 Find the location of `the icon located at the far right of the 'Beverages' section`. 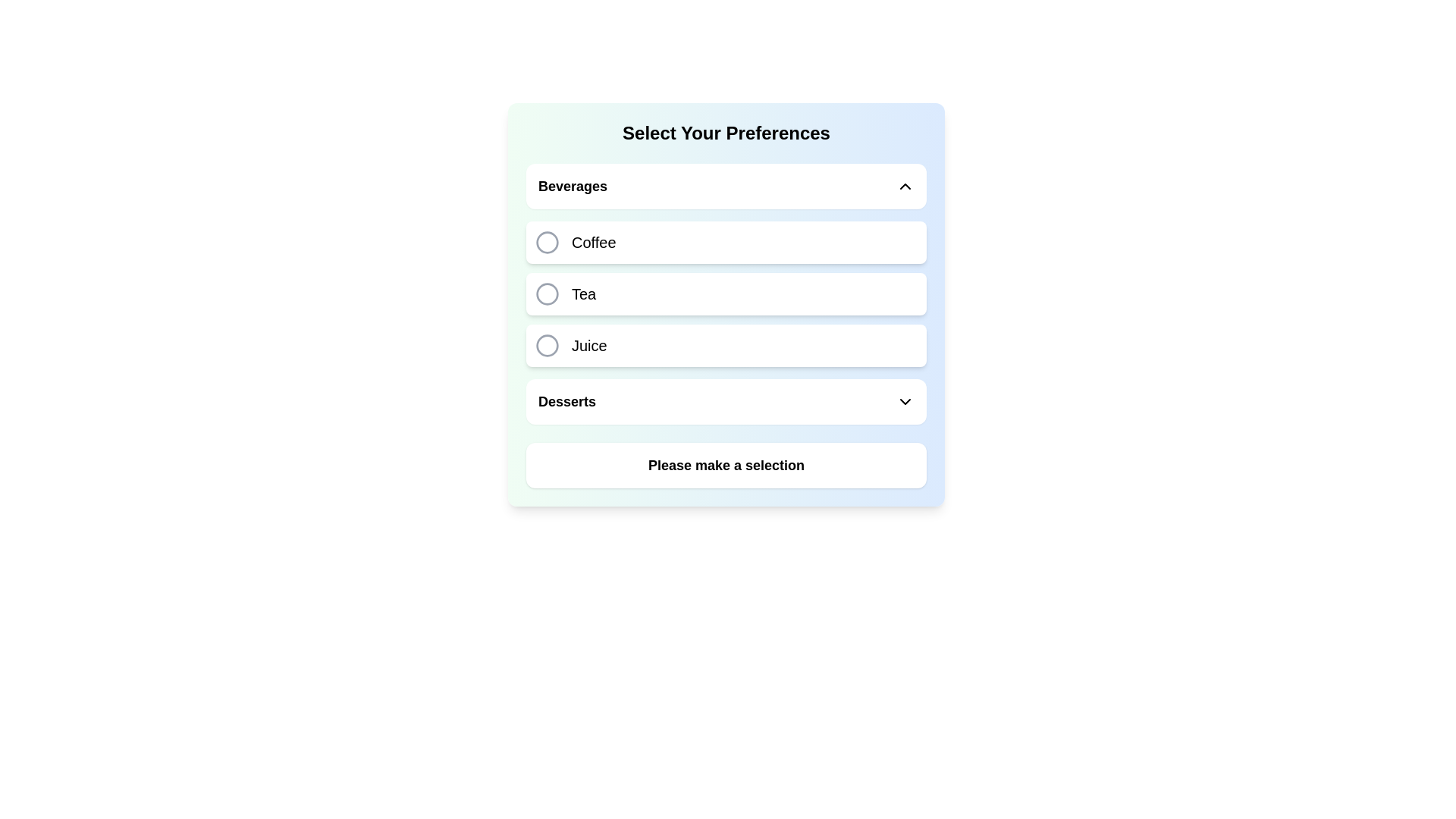

the icon located at the far right of the 'Beverages' section is located at coordinates (905, 186).